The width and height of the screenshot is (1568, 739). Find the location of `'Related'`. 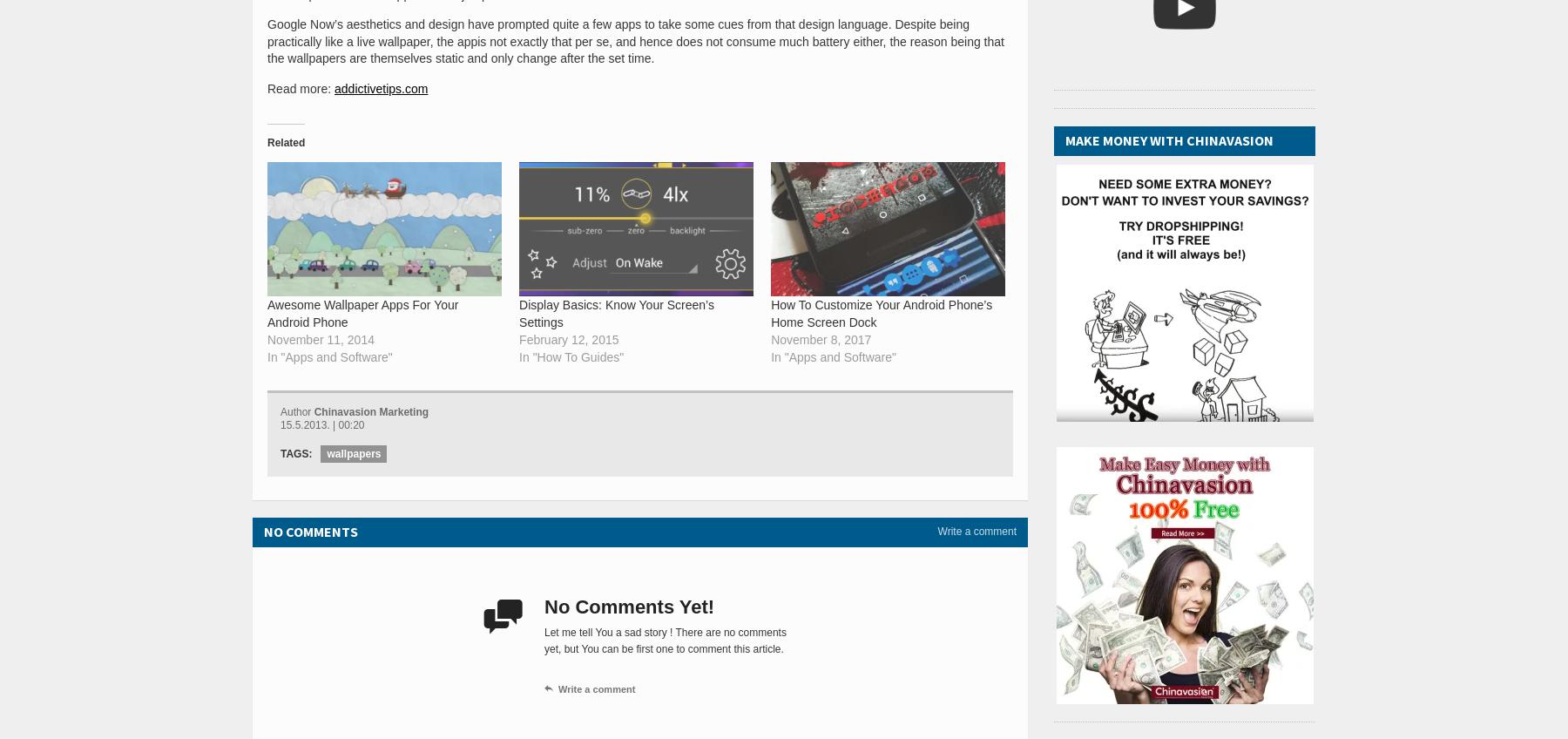

'Related' is located at coordinates (285, 141).